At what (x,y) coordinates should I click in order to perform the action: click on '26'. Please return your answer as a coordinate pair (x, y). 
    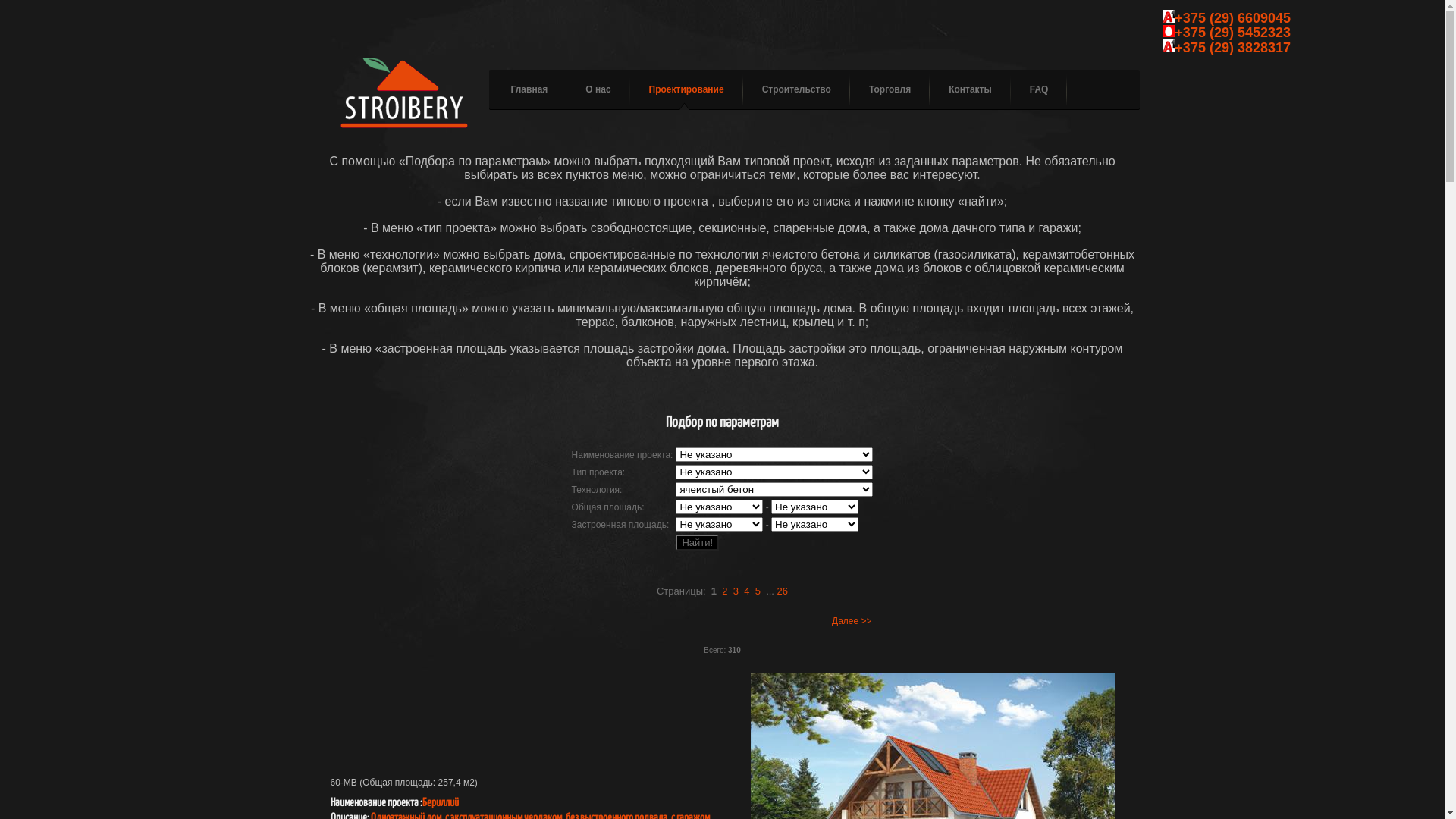
    Looking at the image, I should click on (783, 590).